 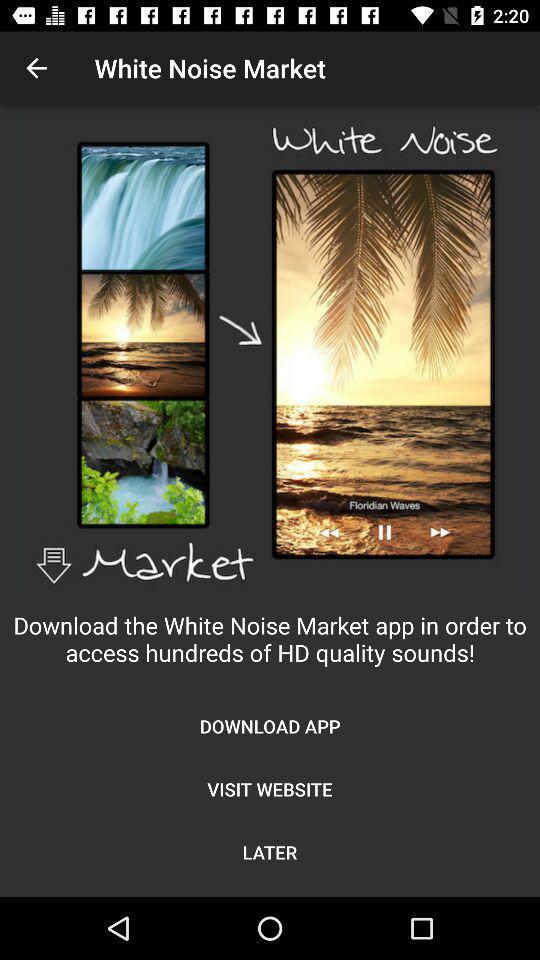 I want to click on the later, so click(x=270, y=851).